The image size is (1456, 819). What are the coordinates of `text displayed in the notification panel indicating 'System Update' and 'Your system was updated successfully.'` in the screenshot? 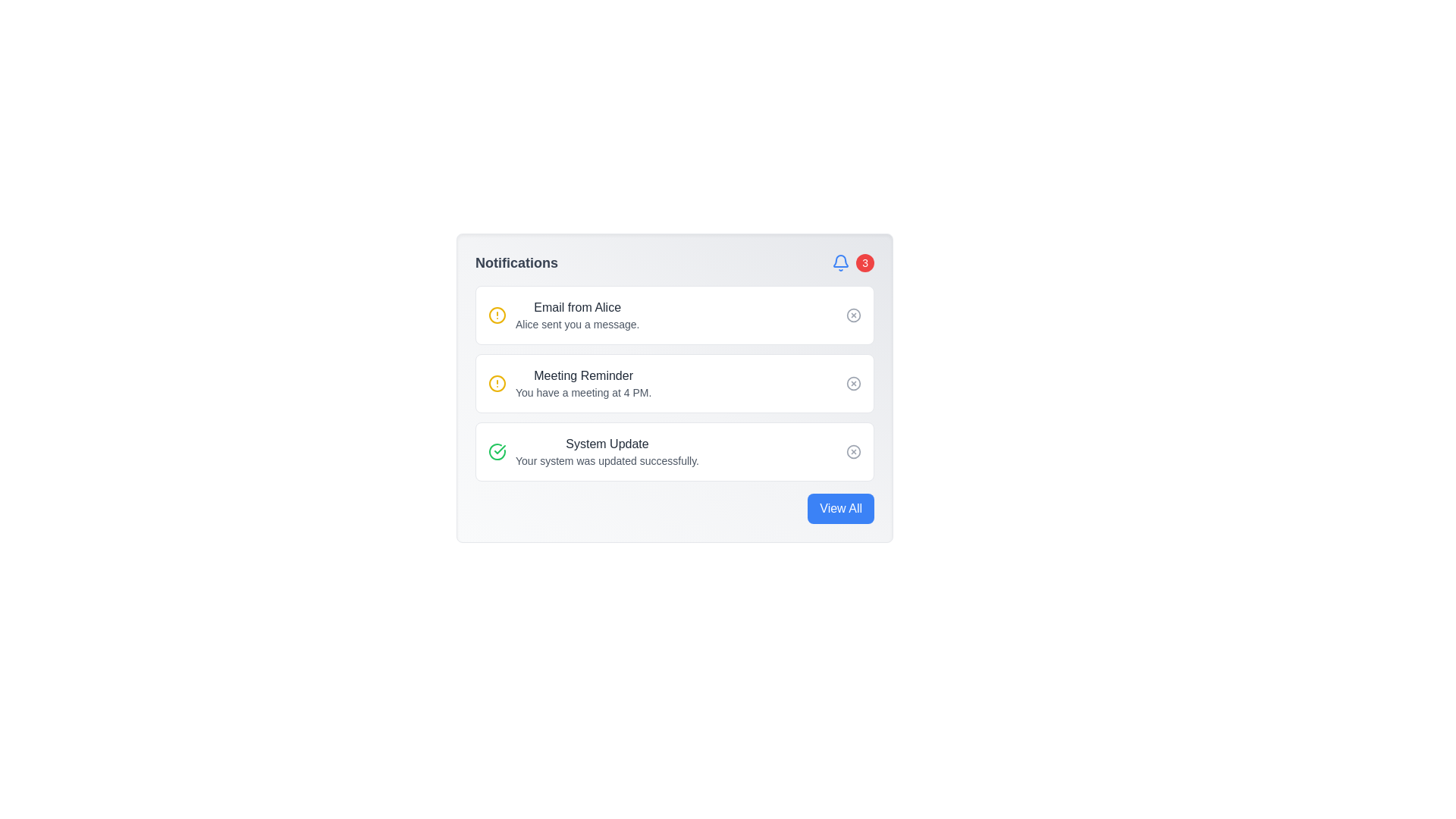 It's located at (607, 451).